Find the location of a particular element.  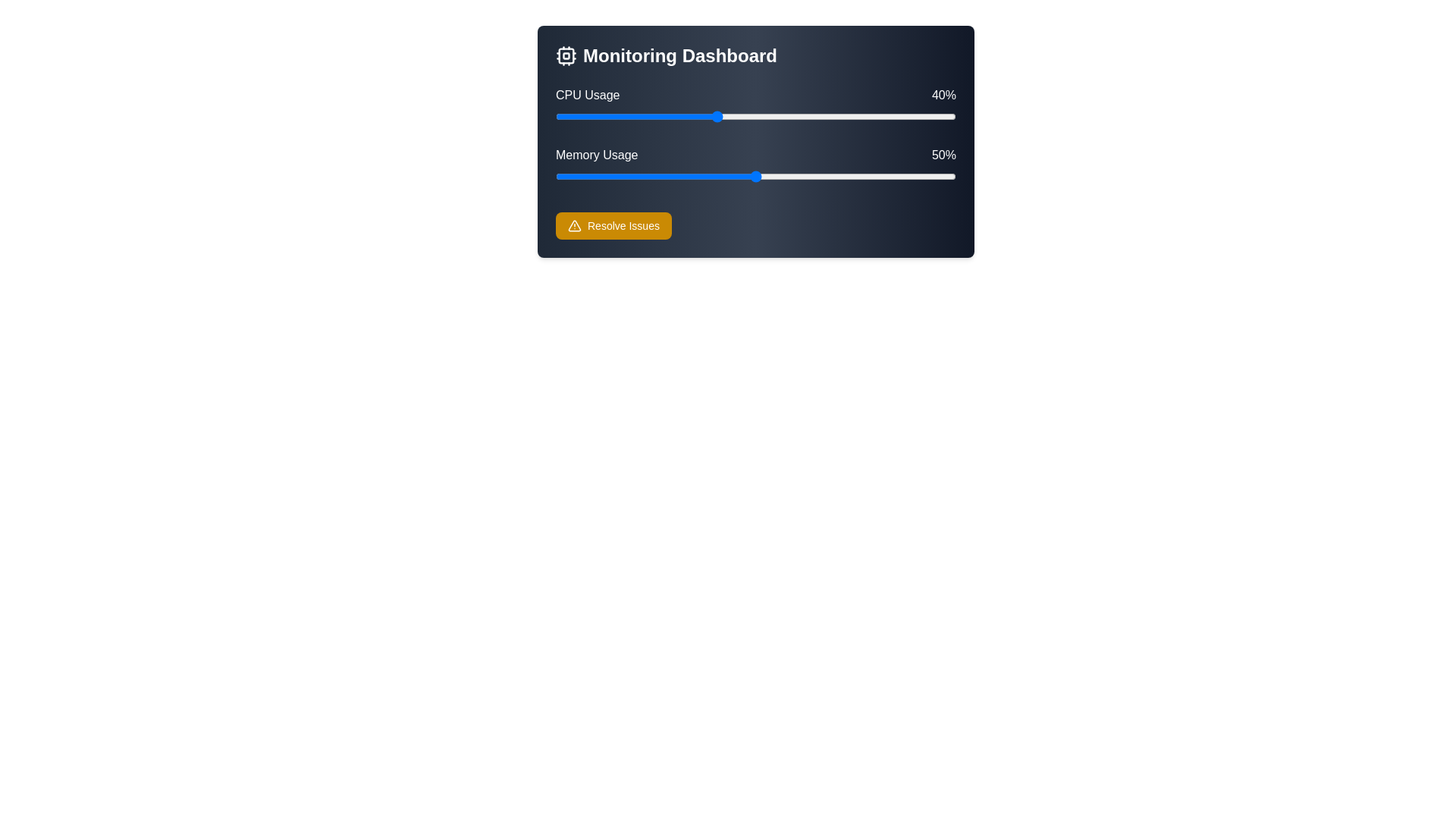

CPU usage is located at coordinates (815, 116).